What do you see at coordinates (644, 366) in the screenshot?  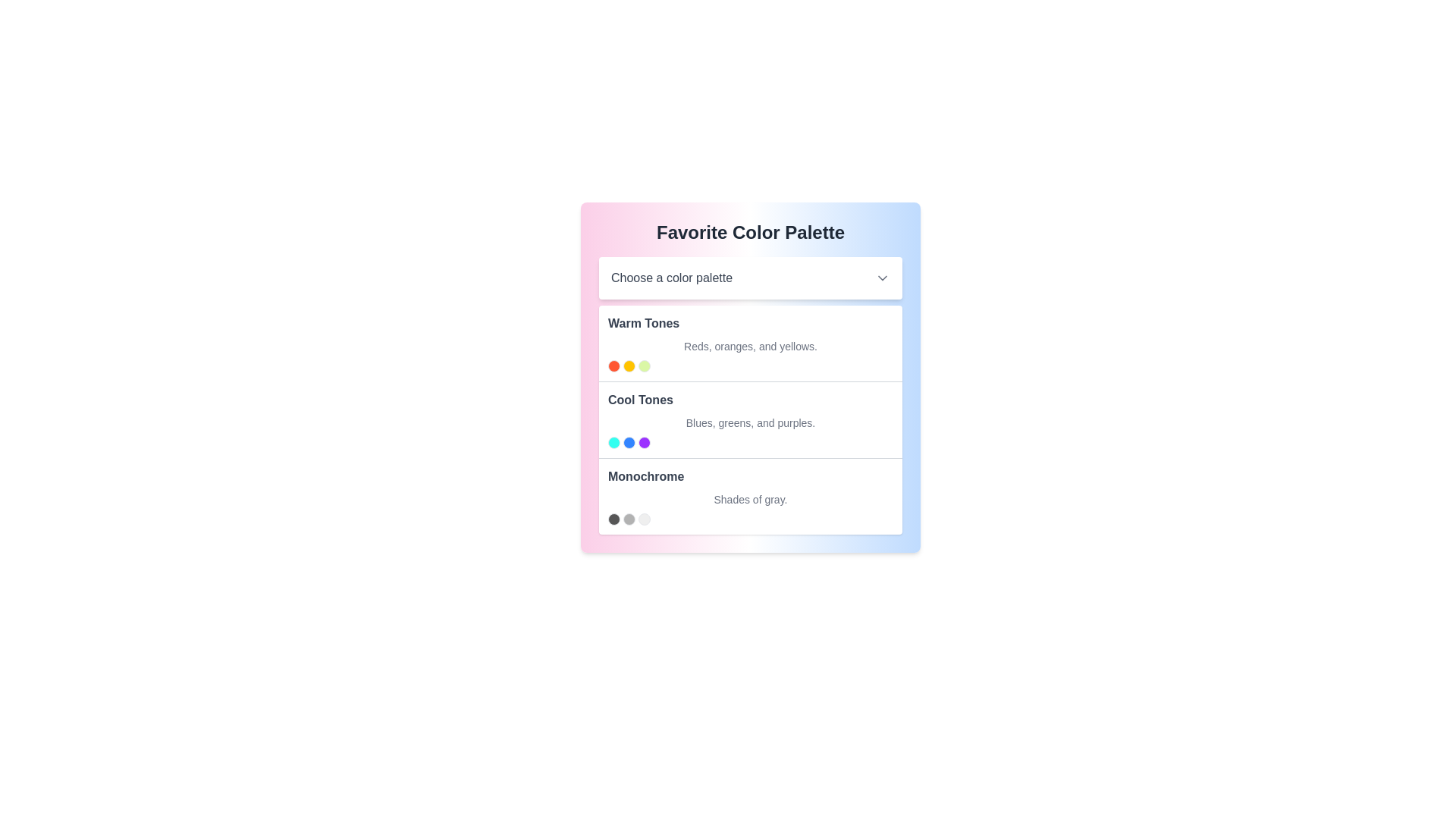 I see `the light green colored circular UI element in the 'Warm Tones' section of the color palette interface, which is the third circle in the series` at bounding box center [644, 366].